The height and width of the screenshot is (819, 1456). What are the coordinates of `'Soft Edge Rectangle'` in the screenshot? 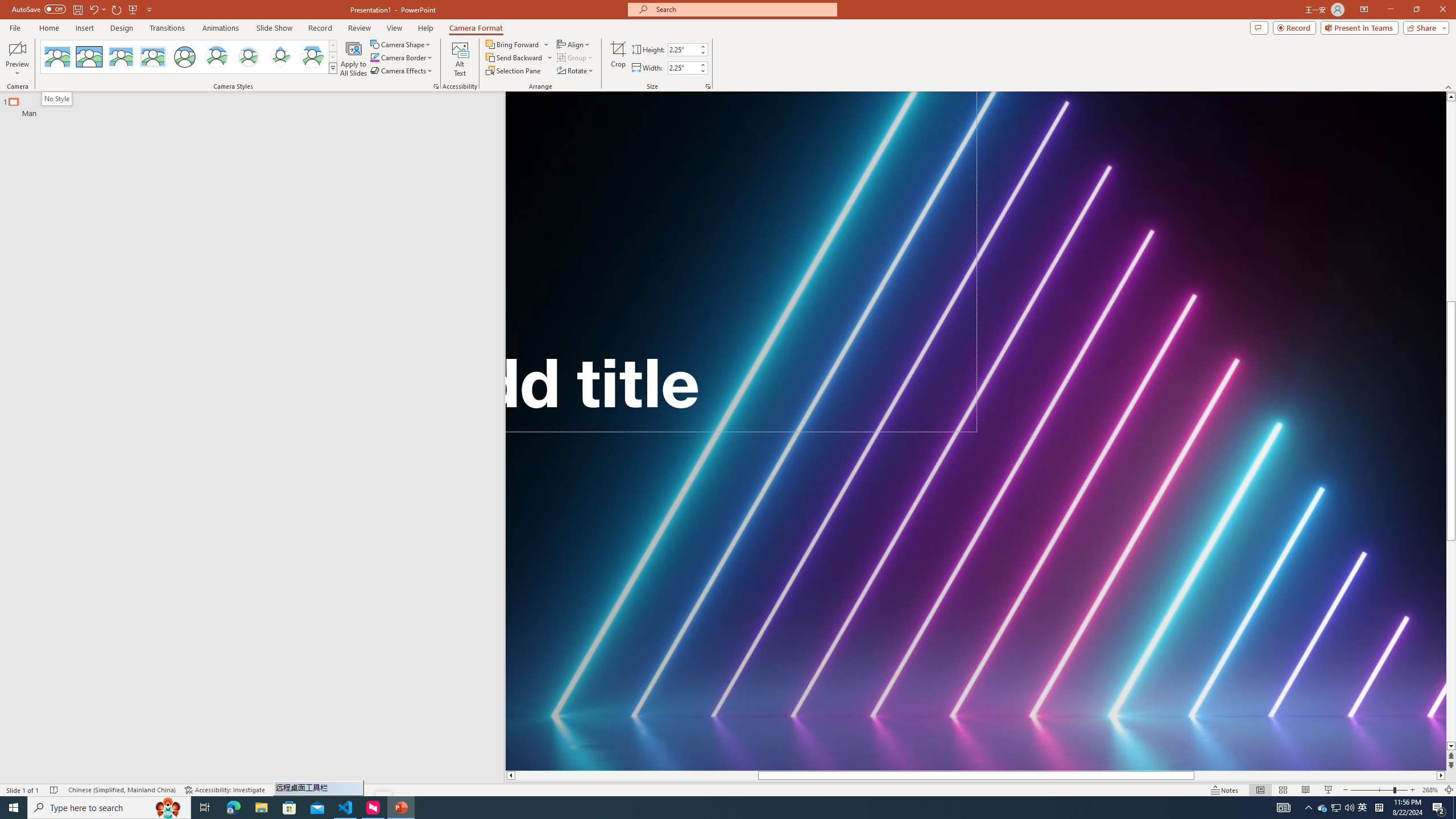 It's located at (152, 56).